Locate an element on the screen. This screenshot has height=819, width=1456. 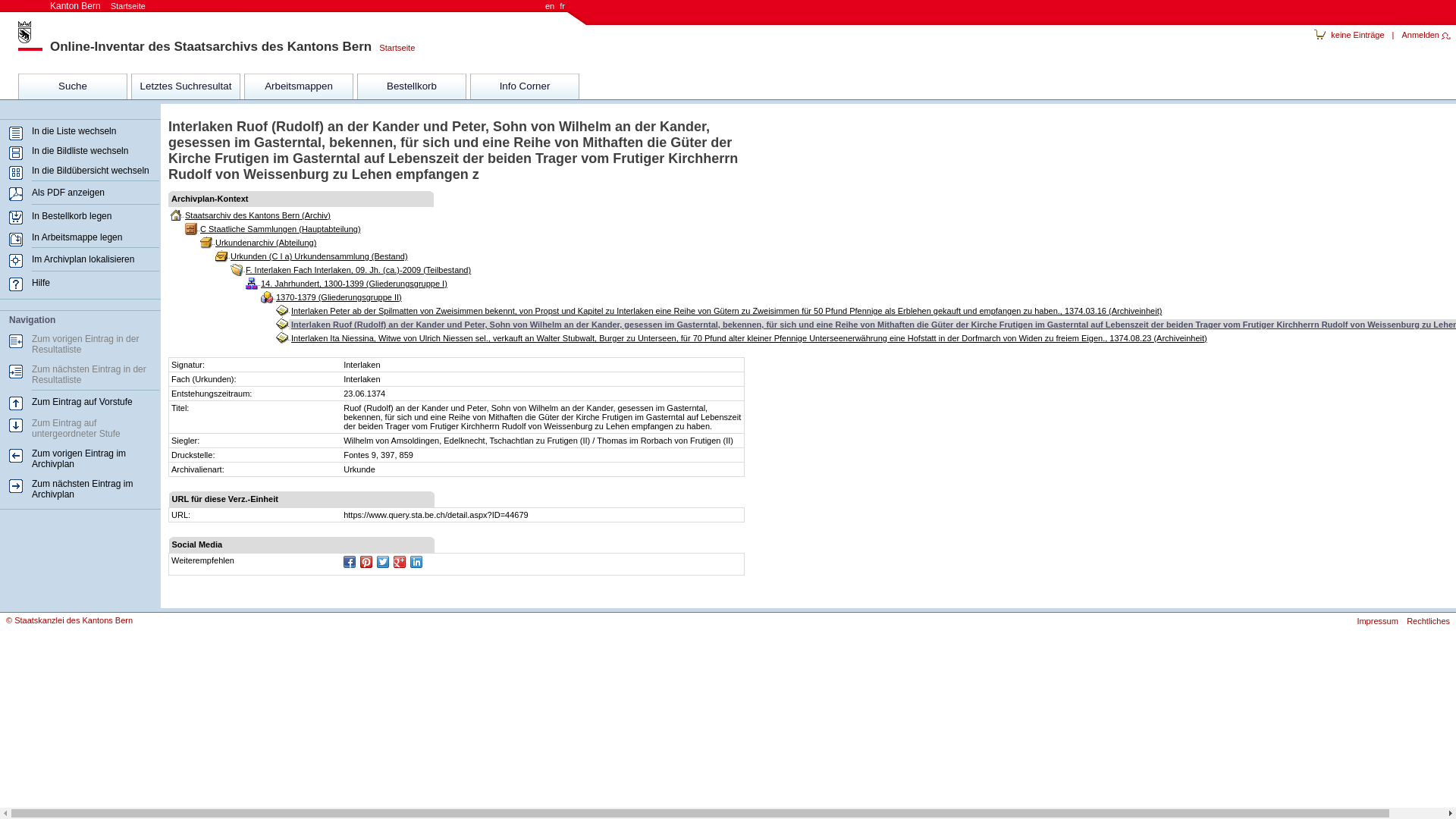
'Google' is located at coordinates (400, 561).